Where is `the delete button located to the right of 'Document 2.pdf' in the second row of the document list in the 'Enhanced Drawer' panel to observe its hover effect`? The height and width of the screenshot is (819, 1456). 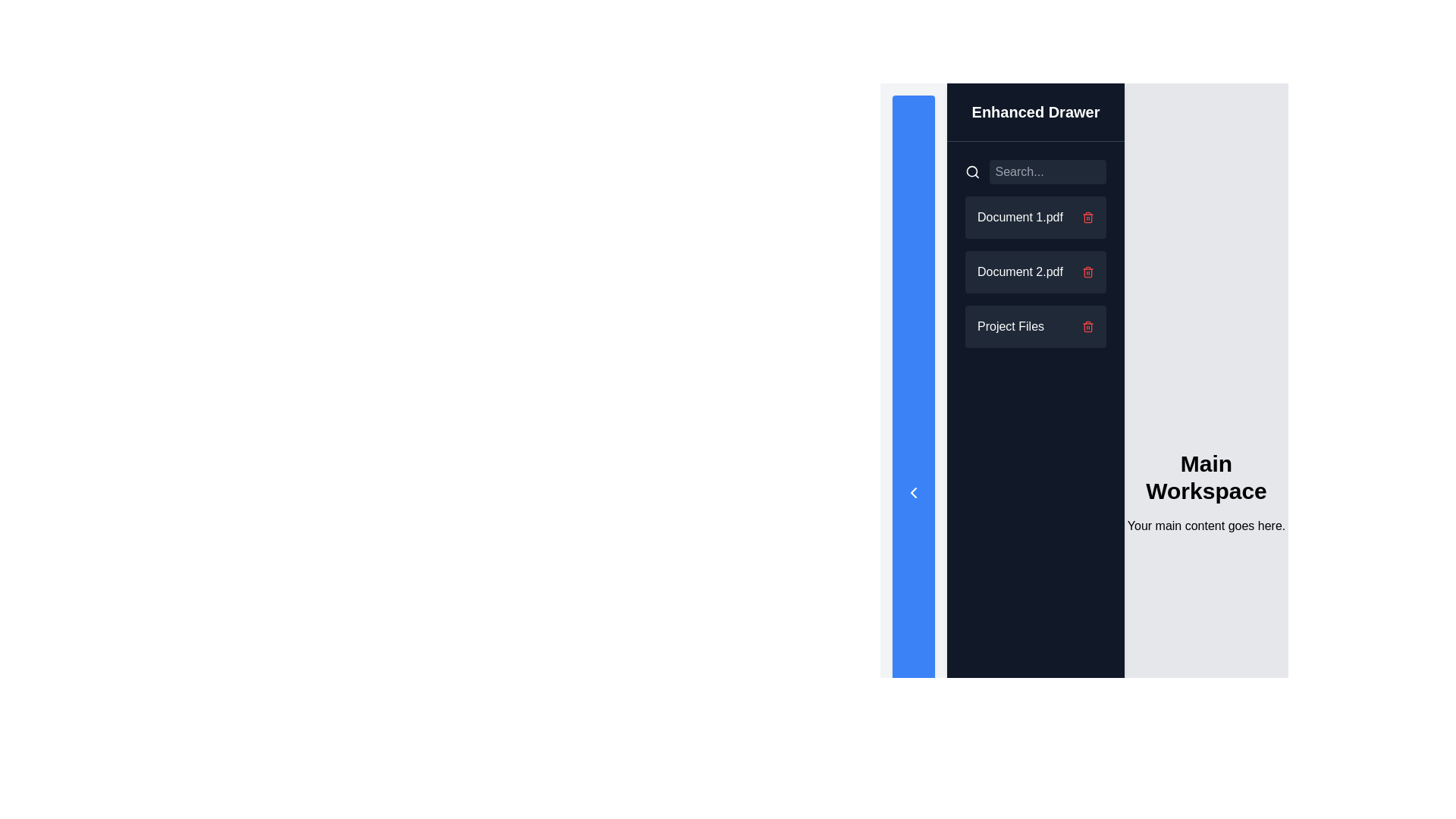
the delete button located to the right of 'Document 2.pdf' in the second row of the document list in the 'Enhanced Drawer' panel to observe its hover effect is located at coordinates (1087, 271).